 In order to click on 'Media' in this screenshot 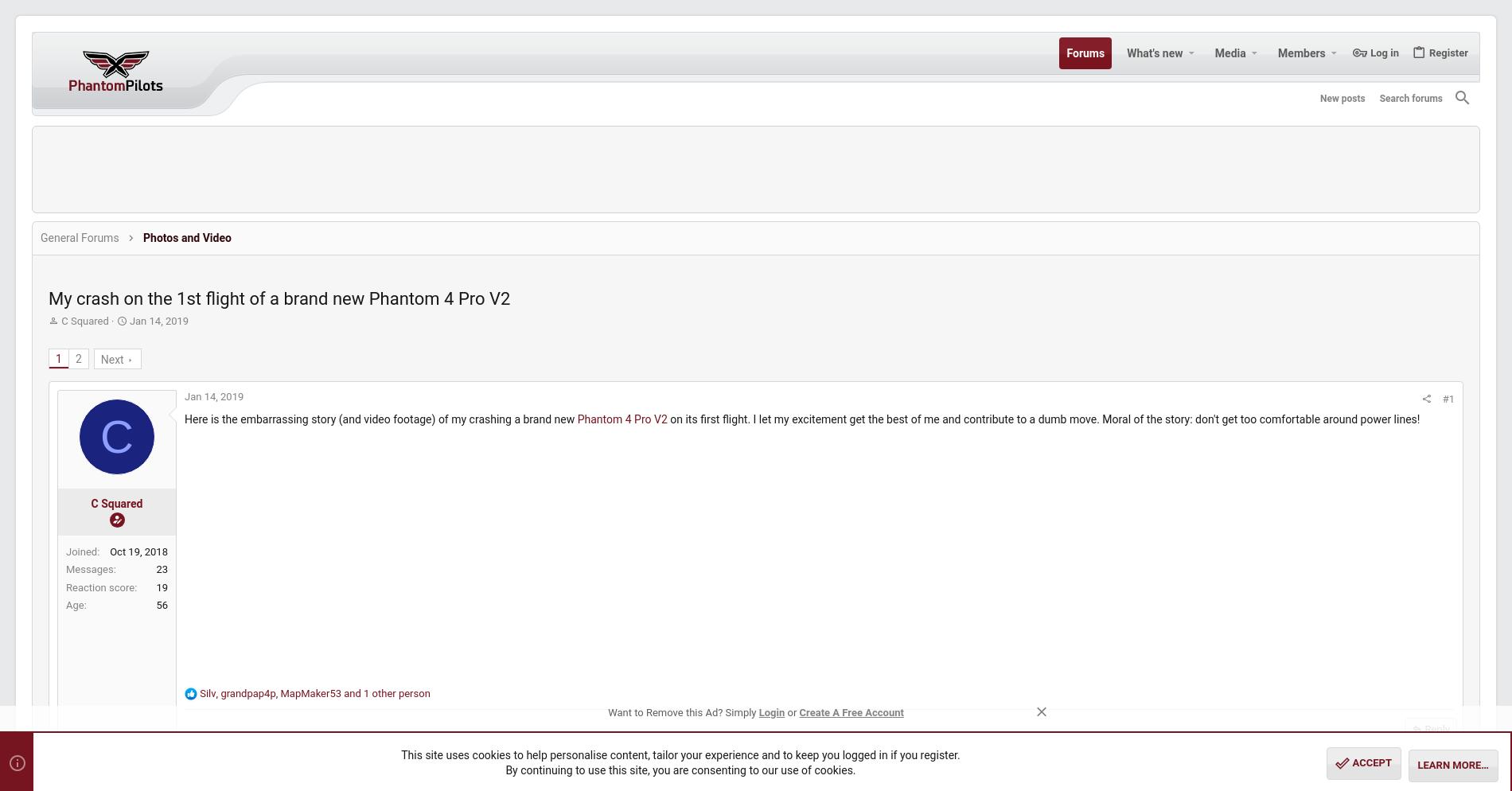, I will do `click(1192, 52)`.